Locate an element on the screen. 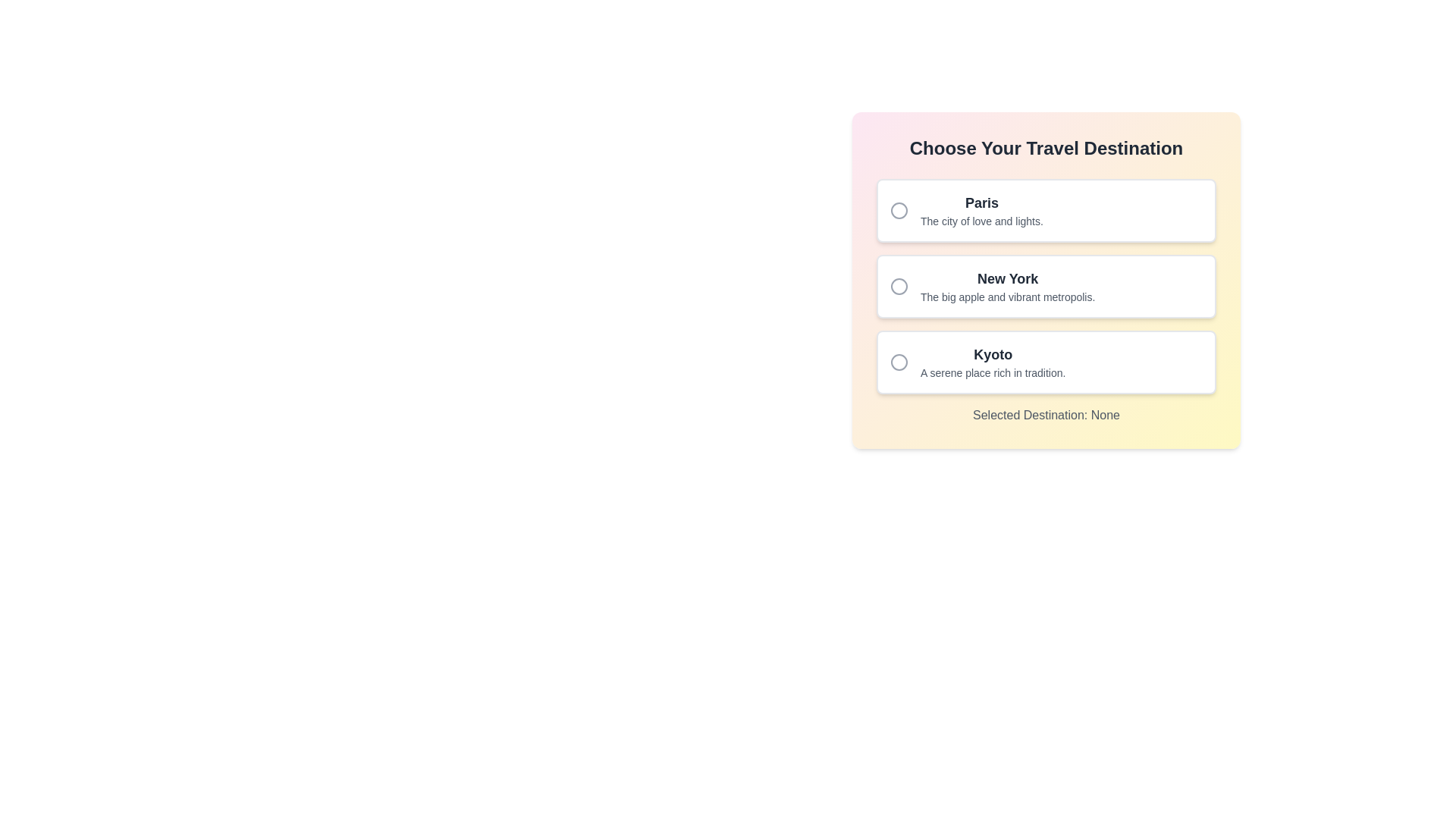 The width and height of the screenshot is (1456, 819). the radio button for selecting the 'New York' option in the travel destination selector is located at coordinates (899, 287).